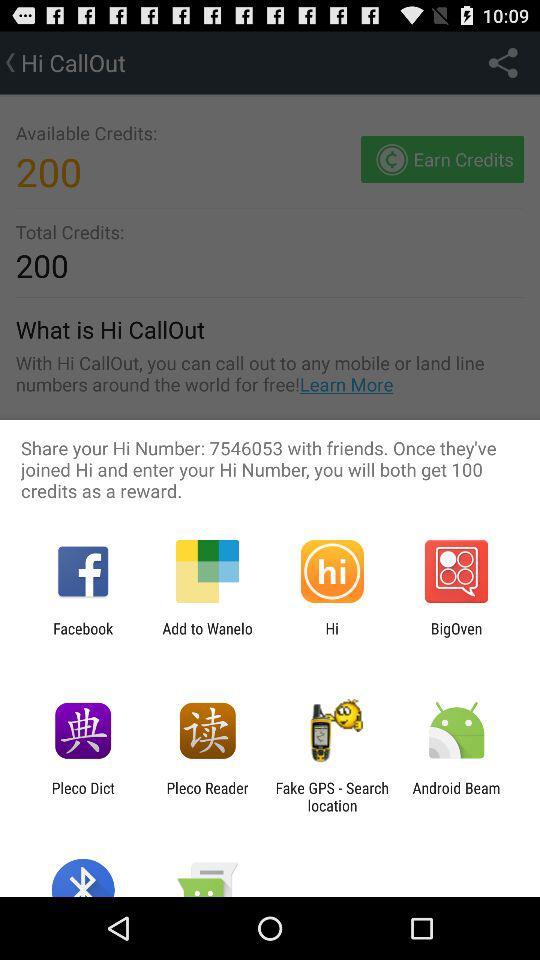  What do you see at coordinates (456, 796) in the screenshot?
I see `android beam icon` at bounding box center [456, 796].